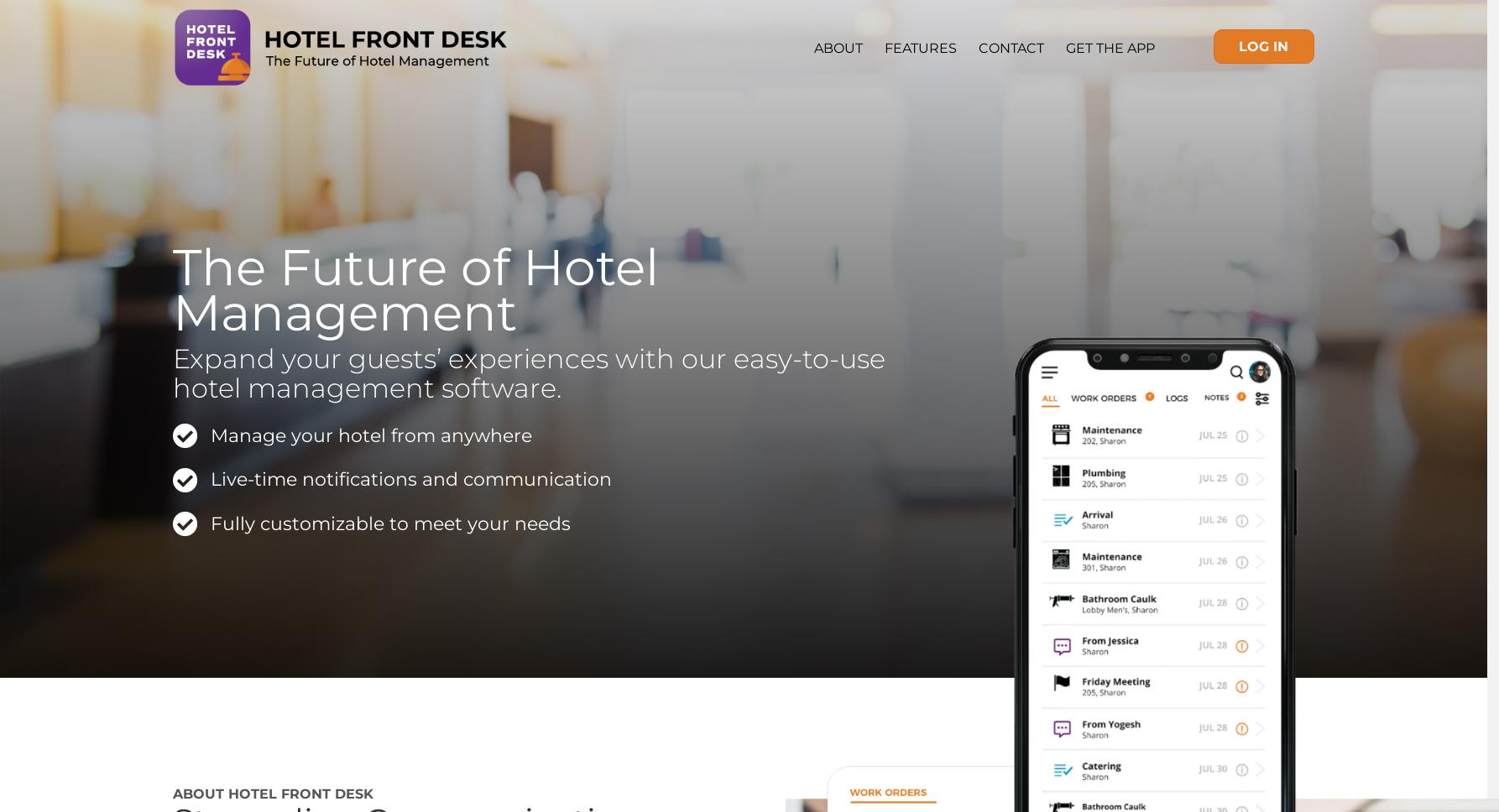  Describe the element at coordinates (1263, 45) in the screenshot. I see `'LOG IN'` at that location.